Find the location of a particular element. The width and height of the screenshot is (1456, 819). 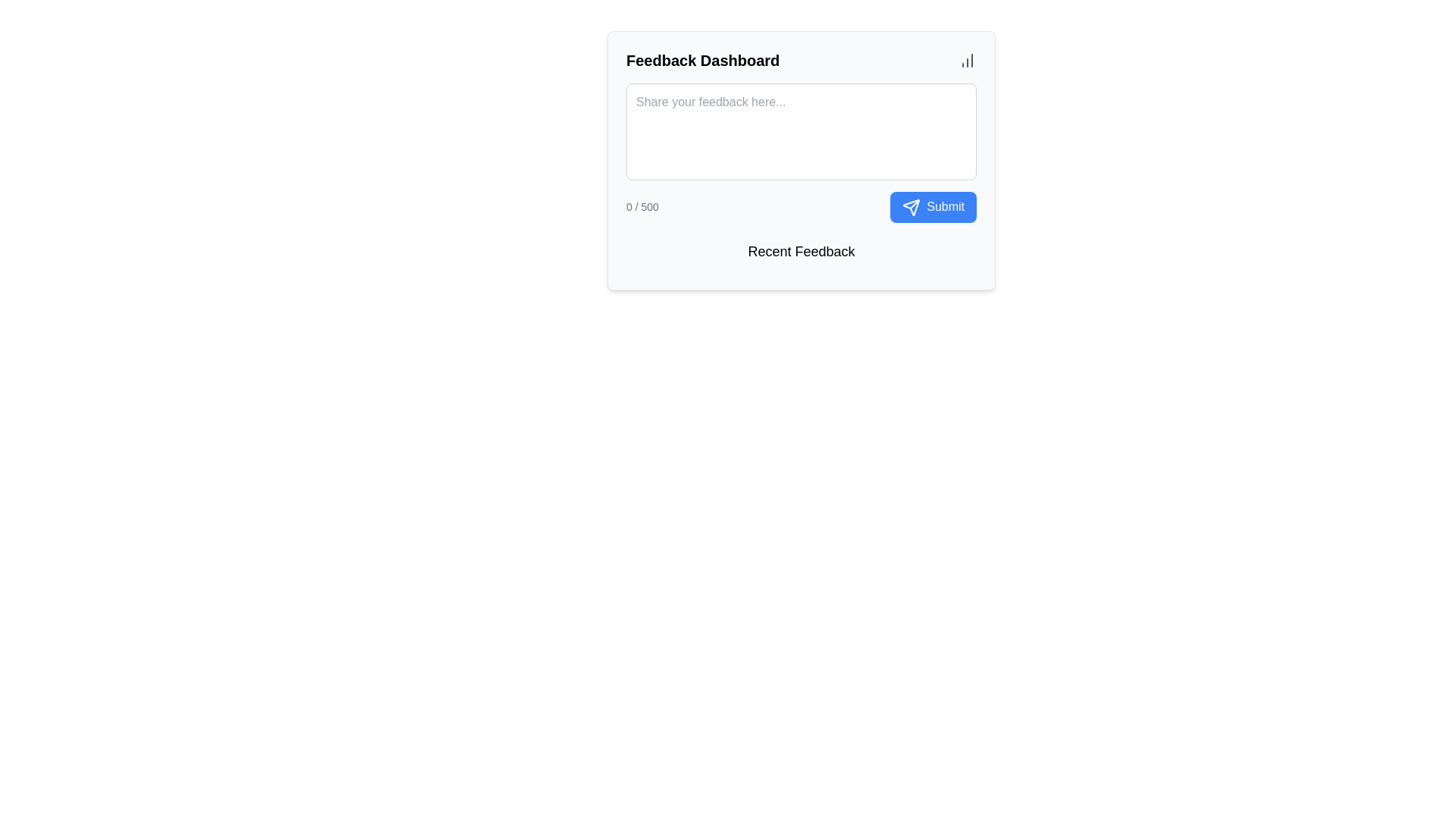

the 'Submit' button located in the bottom-right corner of the feedback form area is located at coordinates (911, 207).